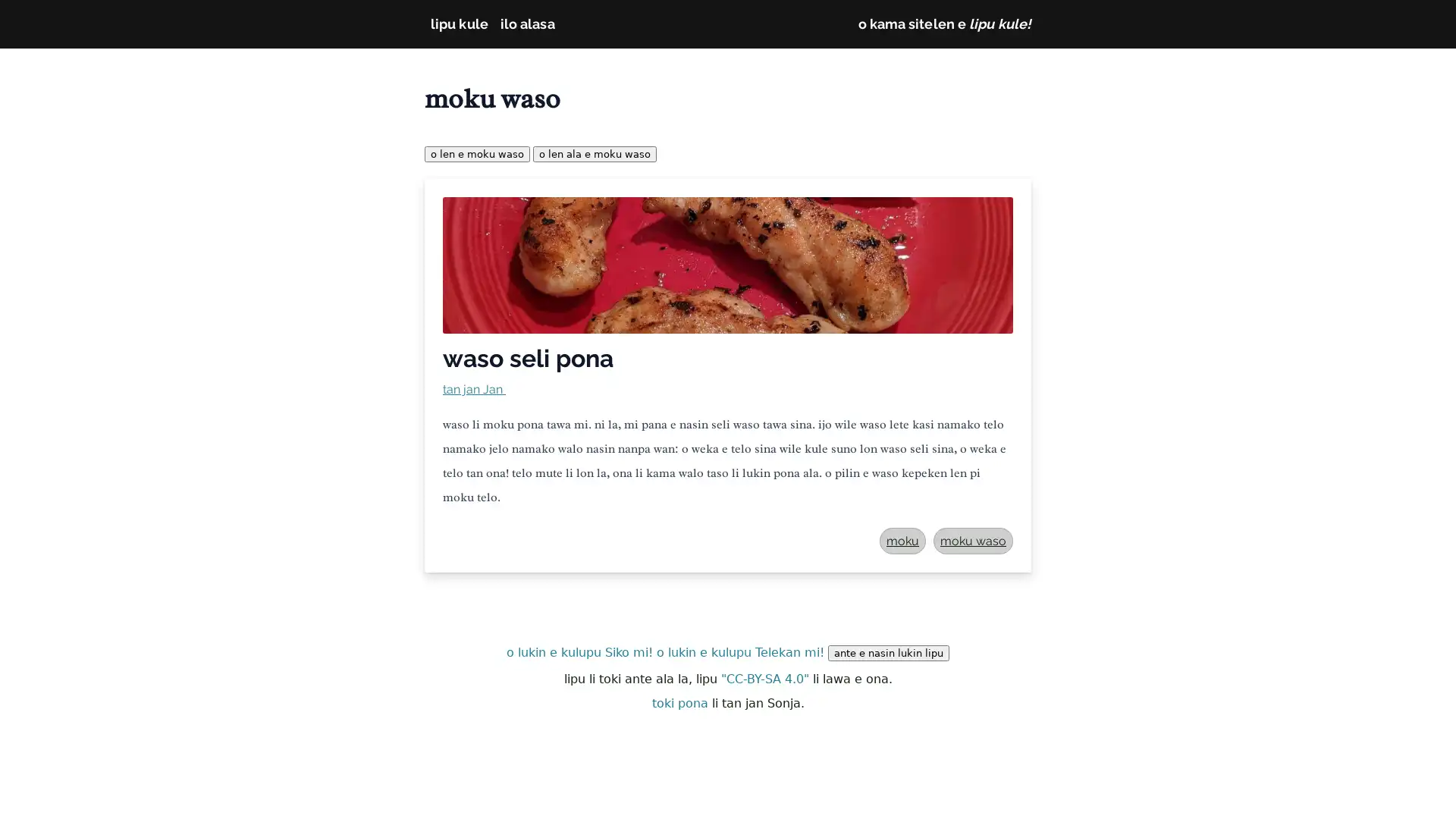  I want to click on o len e moku waso, so click(476, 154).